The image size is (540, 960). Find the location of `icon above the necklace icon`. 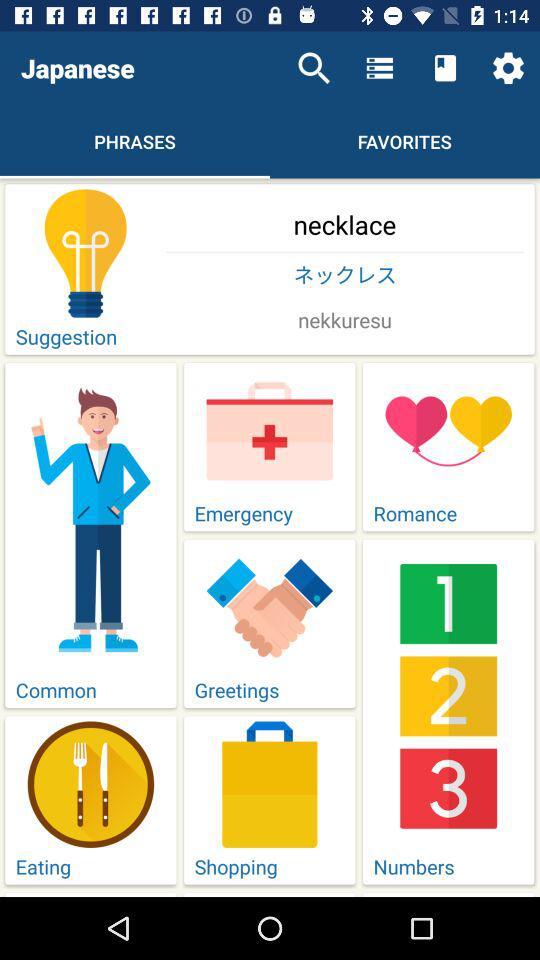

icon above the necklace icon is located at coordinates (314, 68).